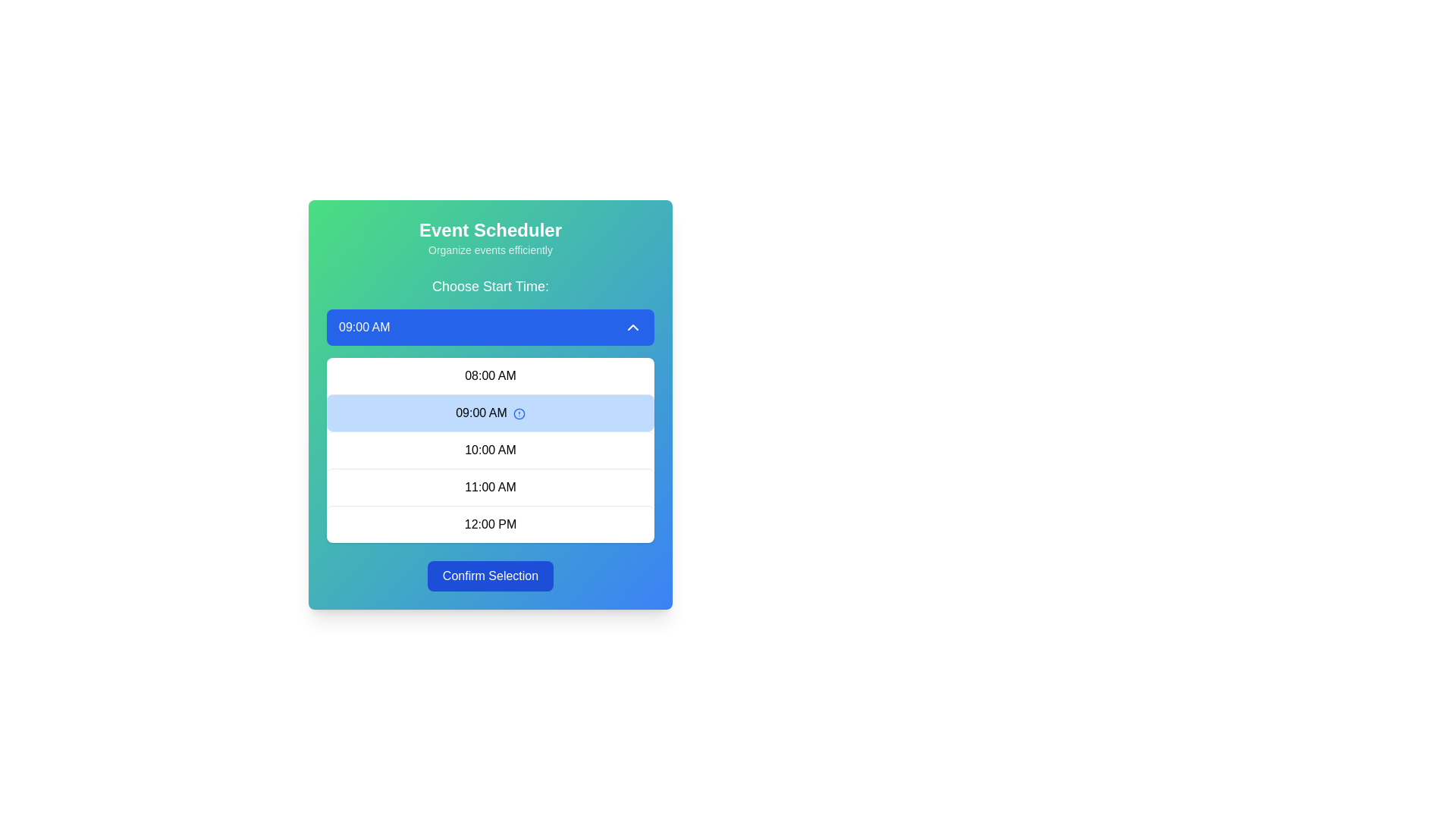 The width and height of the screenshot is (1456, 819). I want to click on the 'Confirm Selection' button with blue background and white text, so click(491, 576).